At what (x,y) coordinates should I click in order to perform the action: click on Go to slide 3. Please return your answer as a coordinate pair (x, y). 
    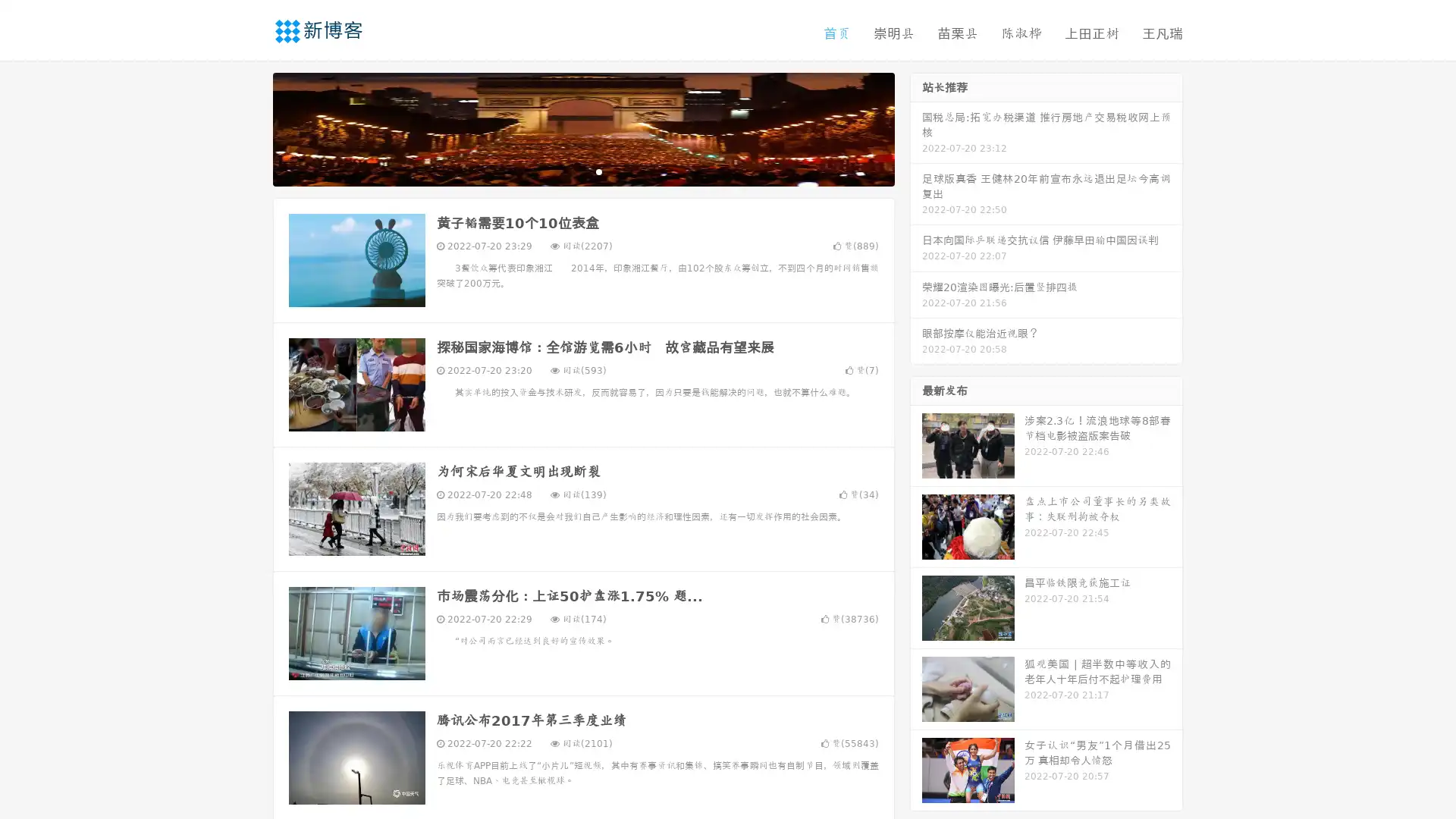
    Looking at the image, I should click on (598, 171).